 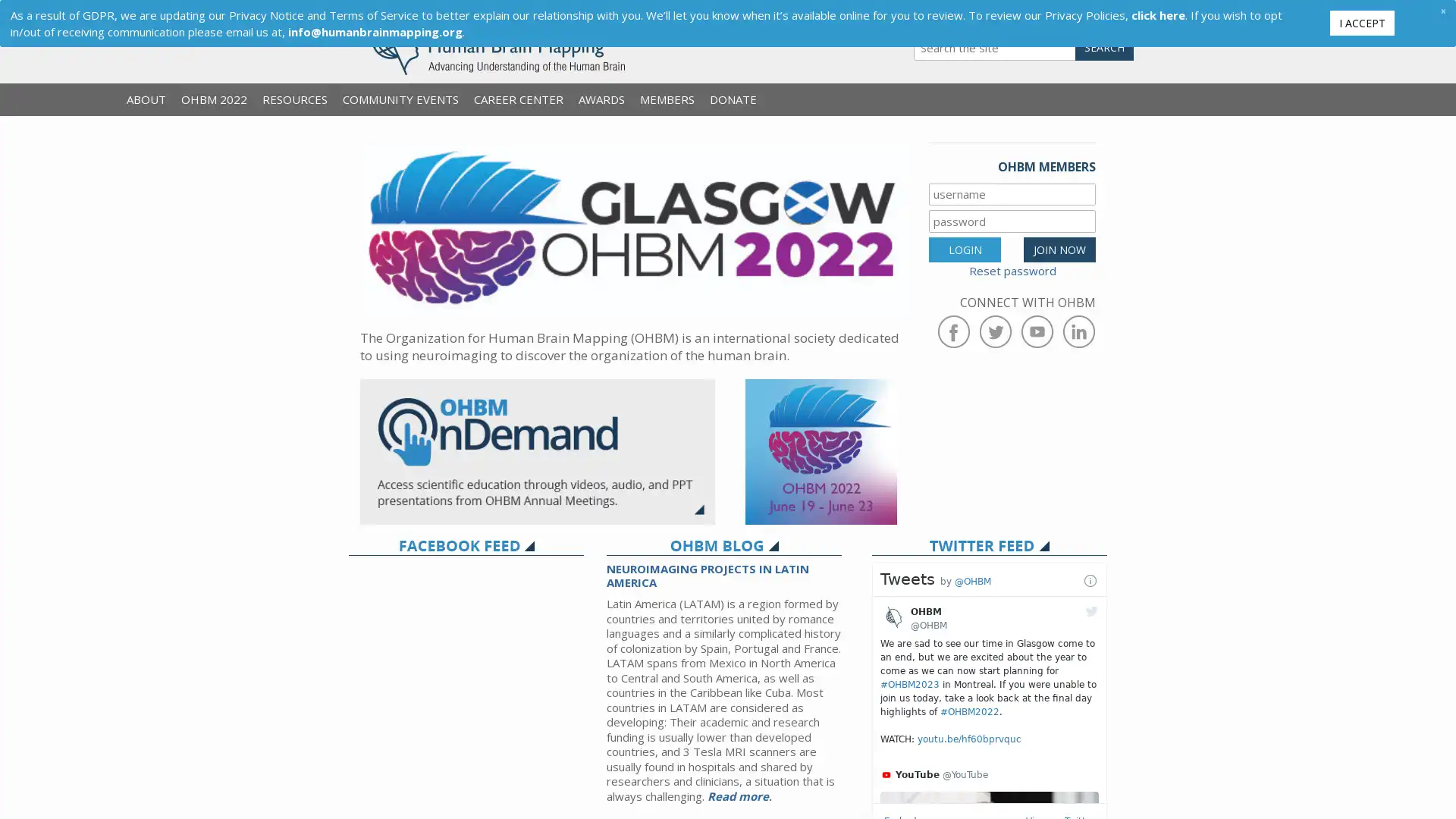 I want to click on LOGIN, so click(x=964, y=248).